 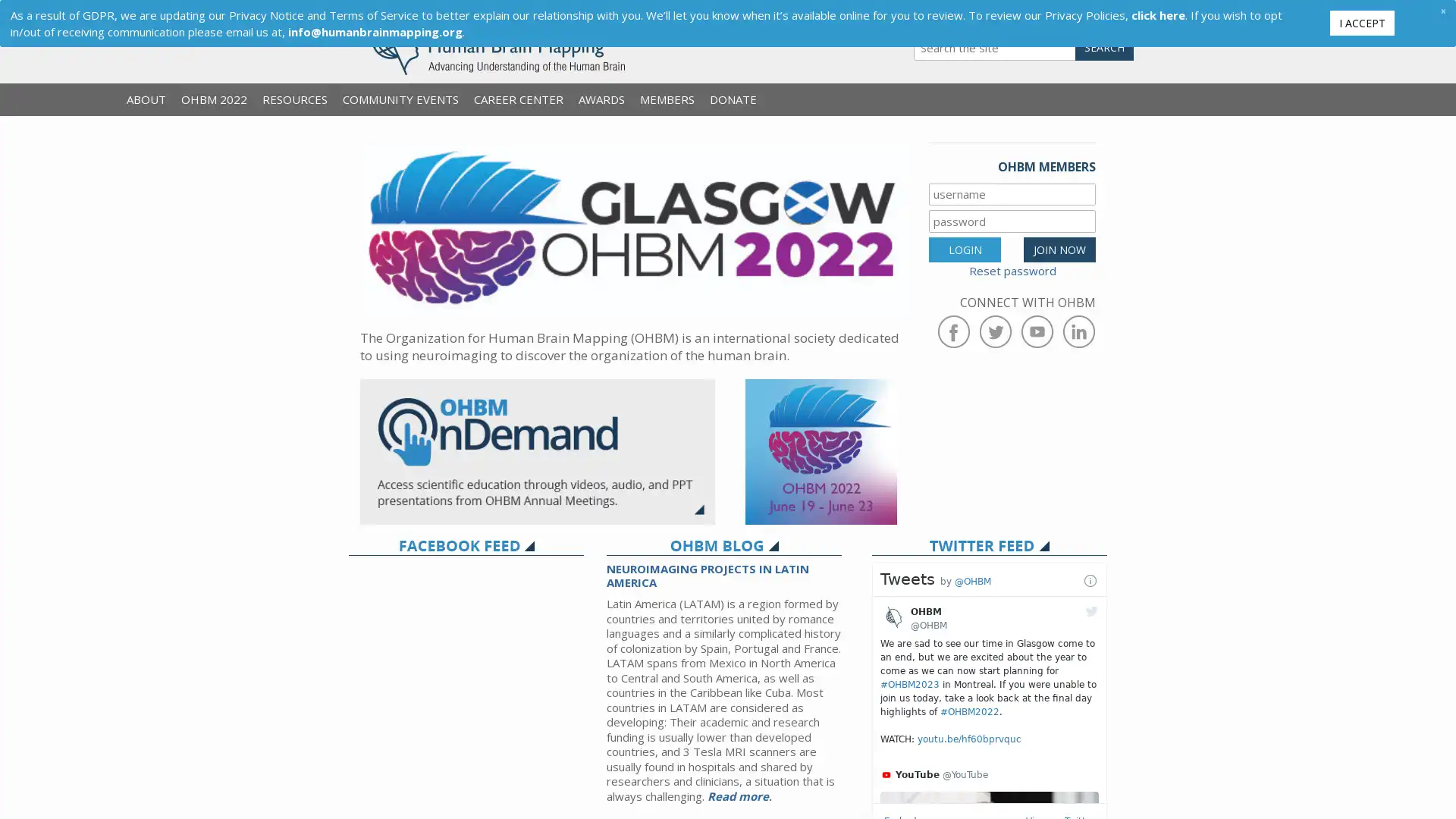 I want to click on LOGIN, so click(x=964, y=248).